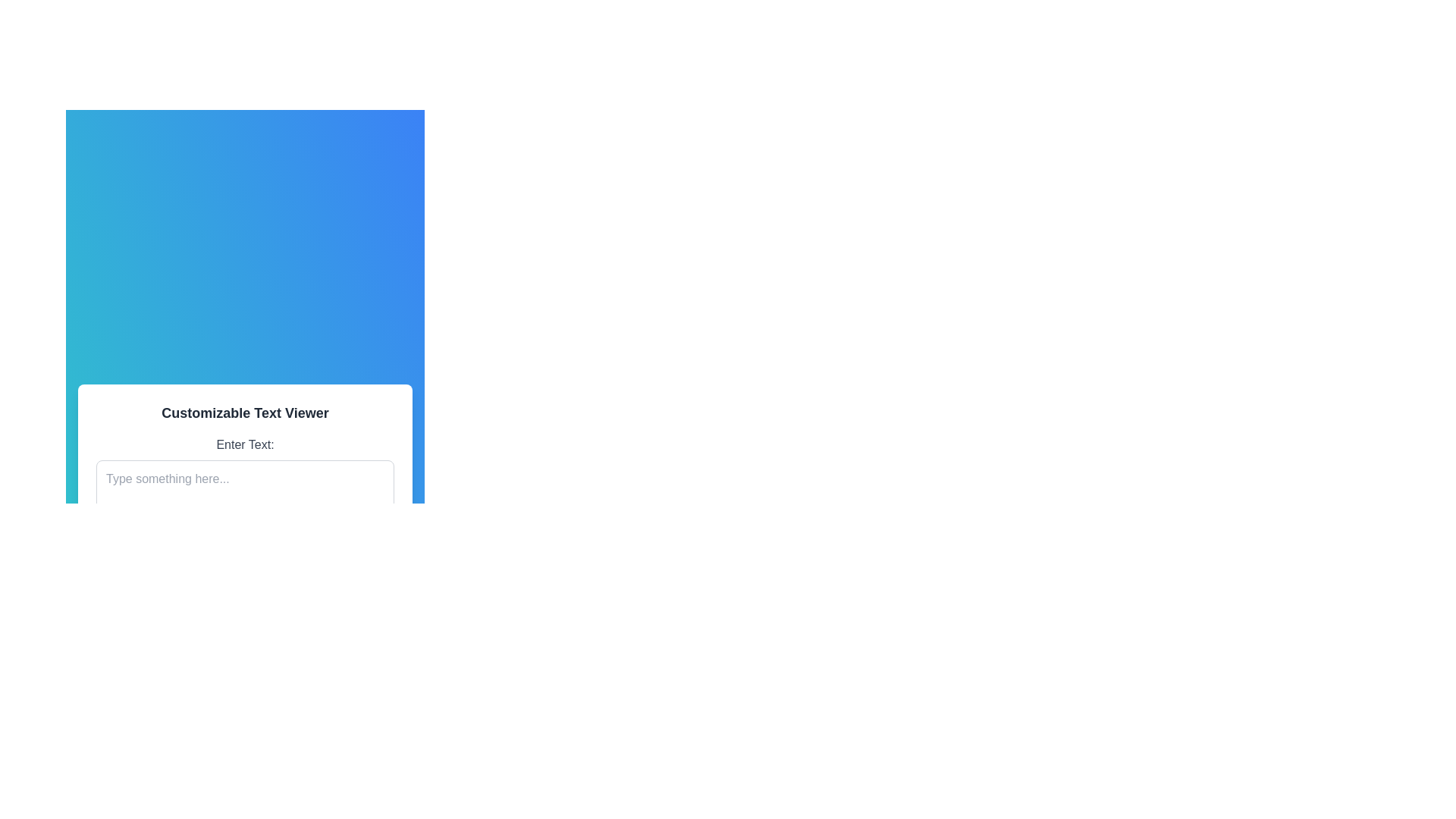 The image size is (1456, 819). Describe the element at coordinates (245, 444) in the screenshot. I see `Text Label that says 'Enter Text:' located in the 'Customizable Text Viewer' section, positioned above the text input field` at that location.